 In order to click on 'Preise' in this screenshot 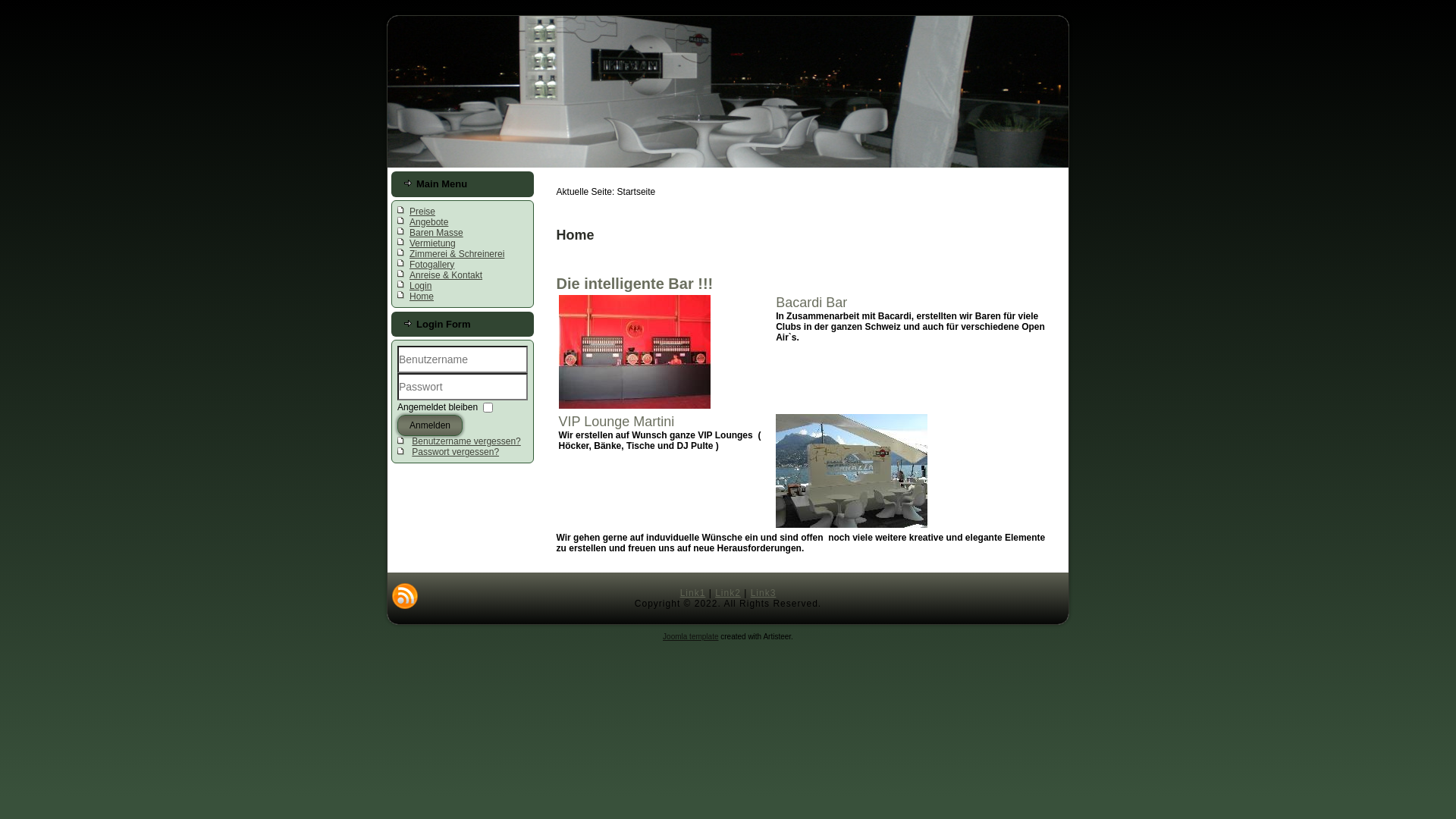, I will do `click(422, 211)`.